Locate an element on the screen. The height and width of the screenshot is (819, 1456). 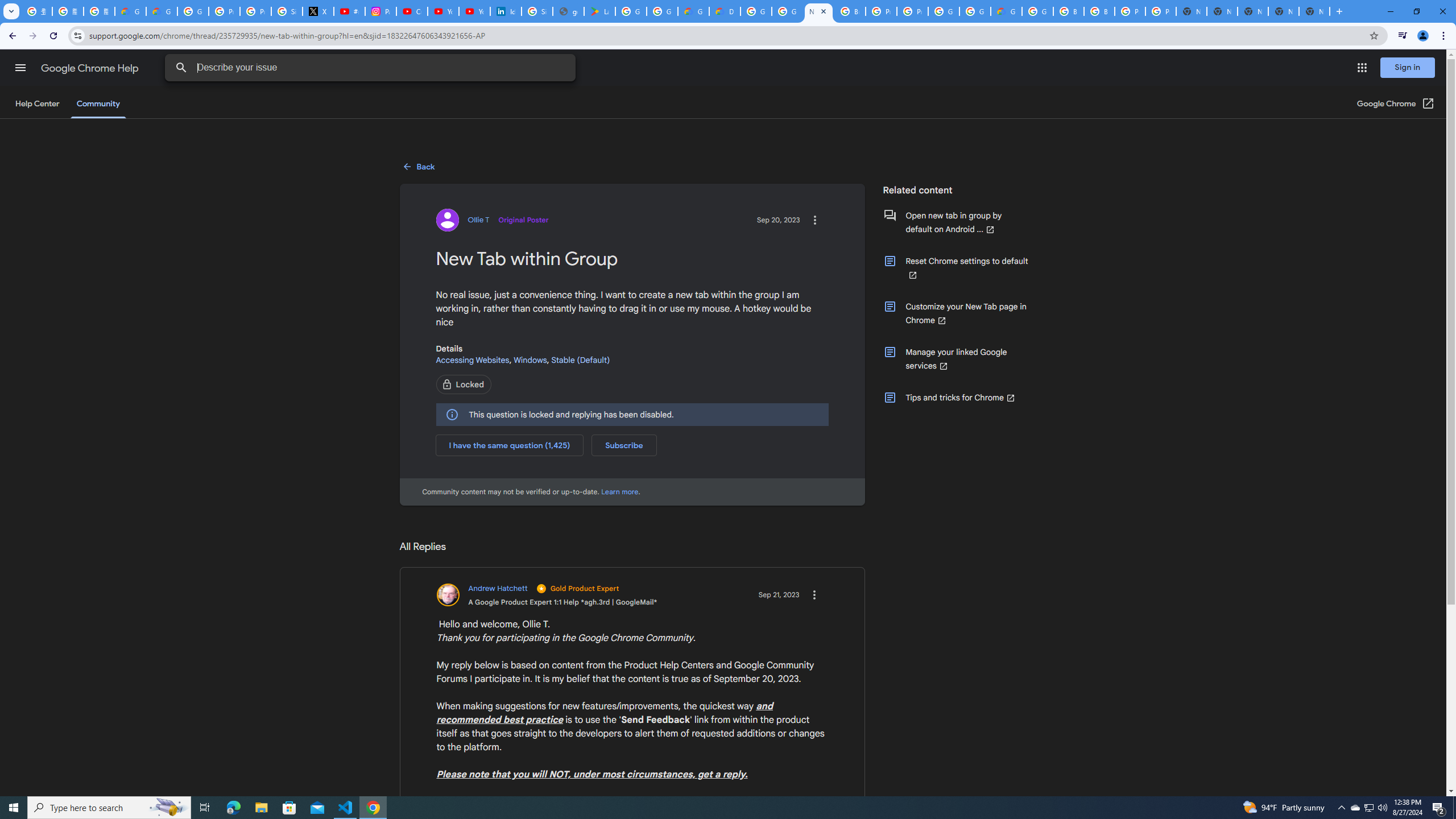
'Manage your linked Google services (Opens in a new window)' is located at coordinates (955, 358).